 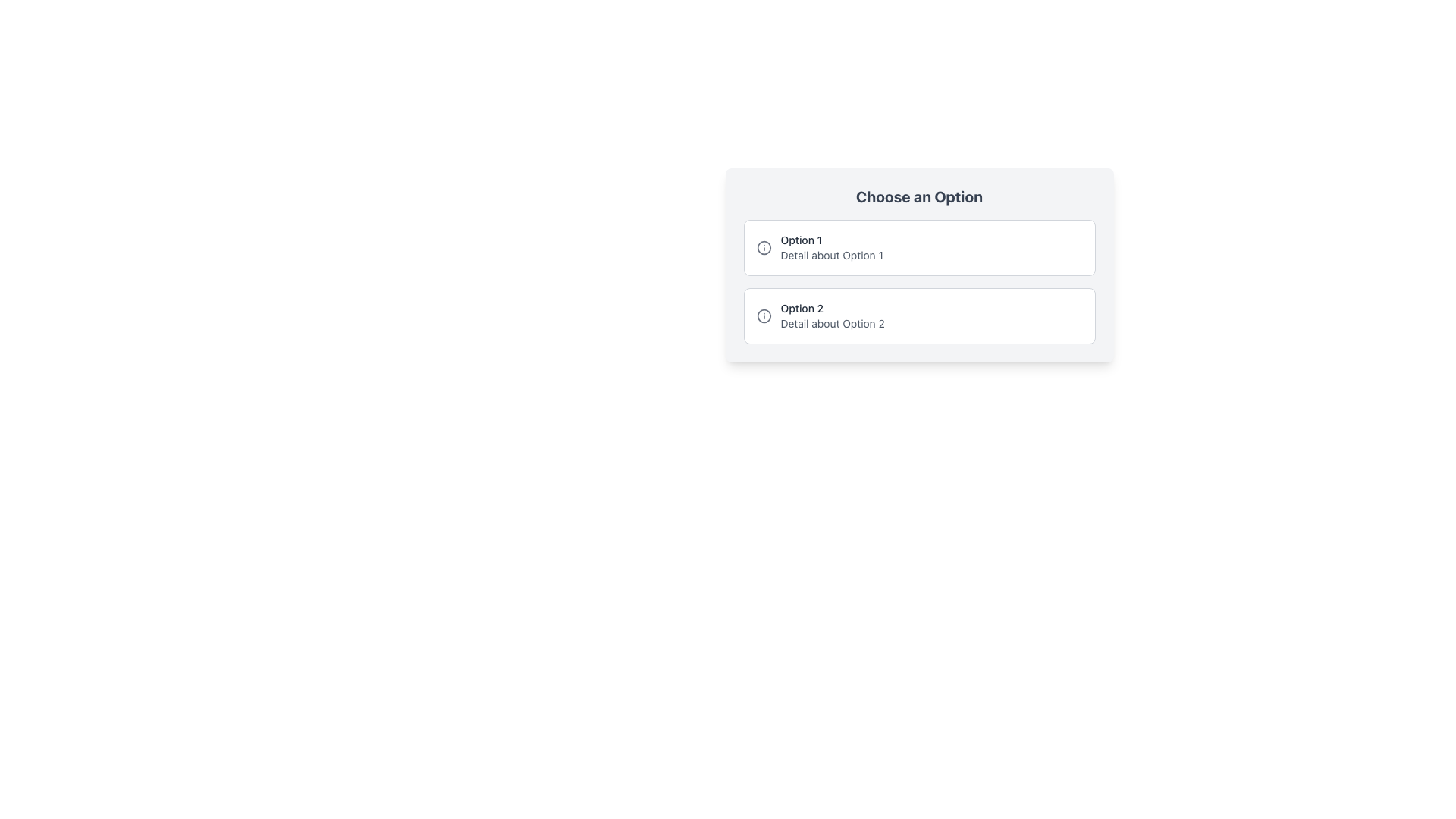 I want to click on the circular gray information icon located to the left of the text 'Option 2' within the second option box under 'Choose an Option', so click(x=764, y=315).